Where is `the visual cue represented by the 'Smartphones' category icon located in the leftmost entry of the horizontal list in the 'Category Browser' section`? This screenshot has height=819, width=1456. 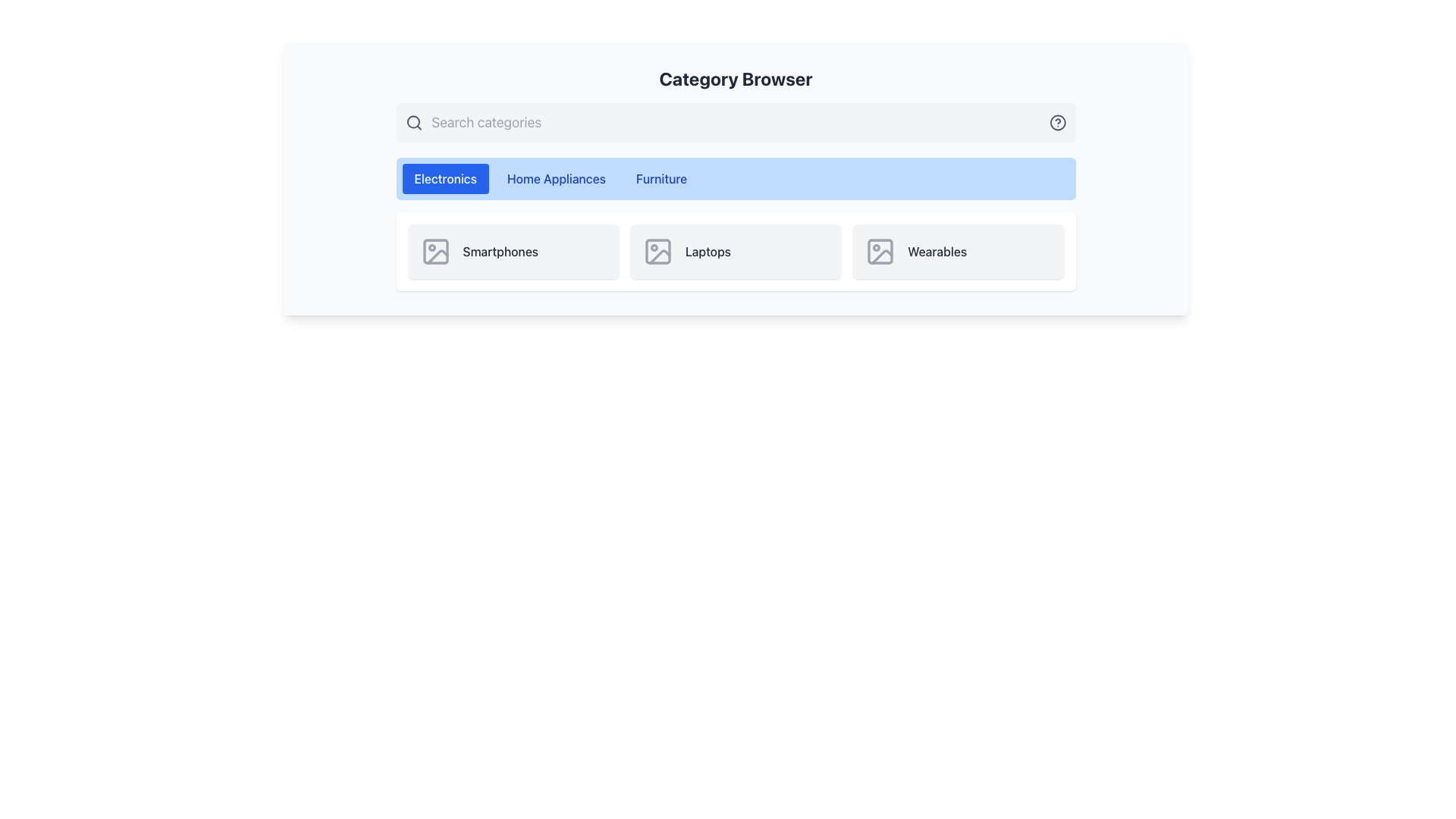
the visual cue represented by the 'Smartphones' category icon located in the leftmost entry of the horizontal list in the 'Category Browser' section is located at coordinates (435, 250).